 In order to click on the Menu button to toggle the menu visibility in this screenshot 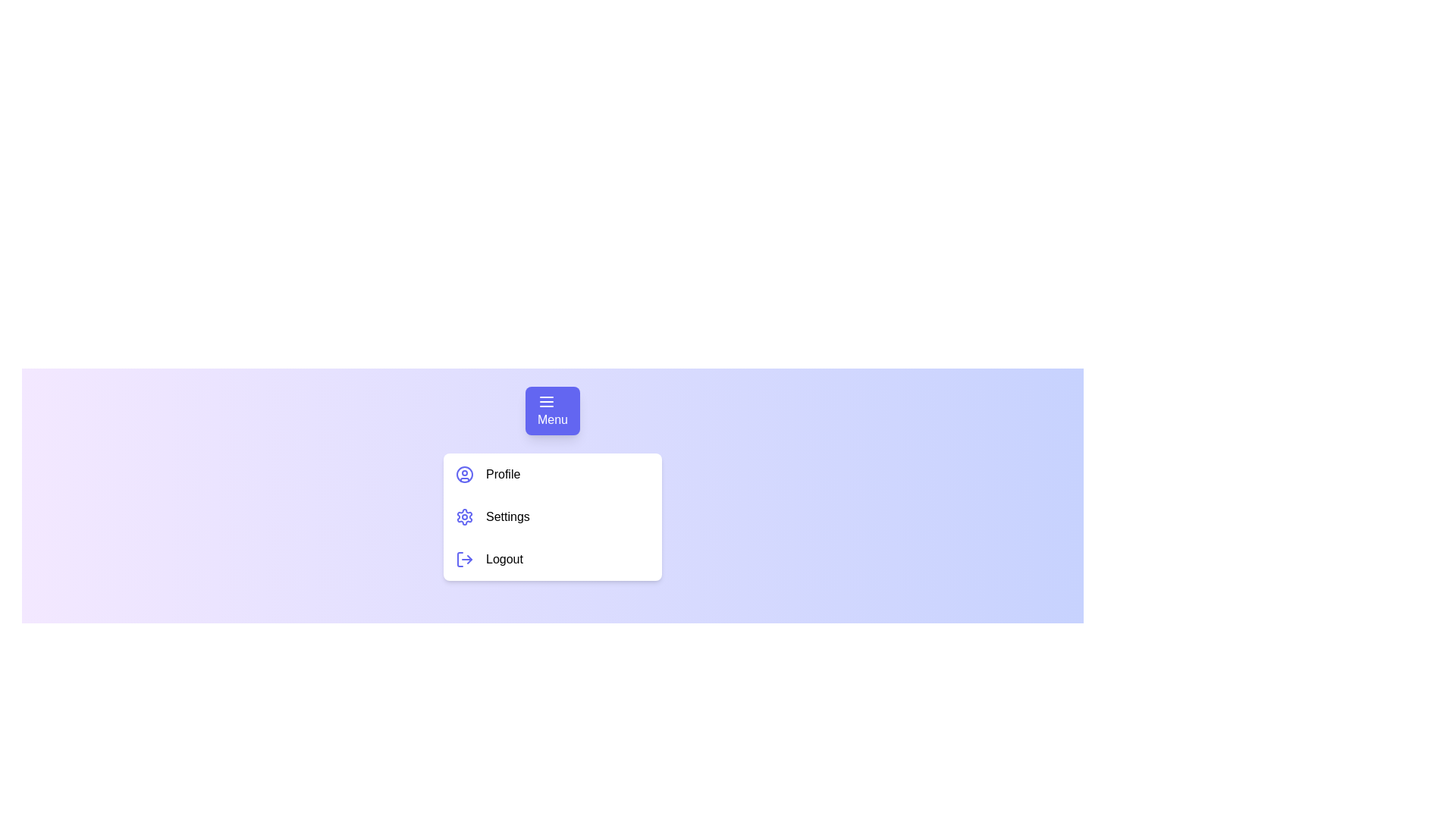, I will do `click(552, 411)`.